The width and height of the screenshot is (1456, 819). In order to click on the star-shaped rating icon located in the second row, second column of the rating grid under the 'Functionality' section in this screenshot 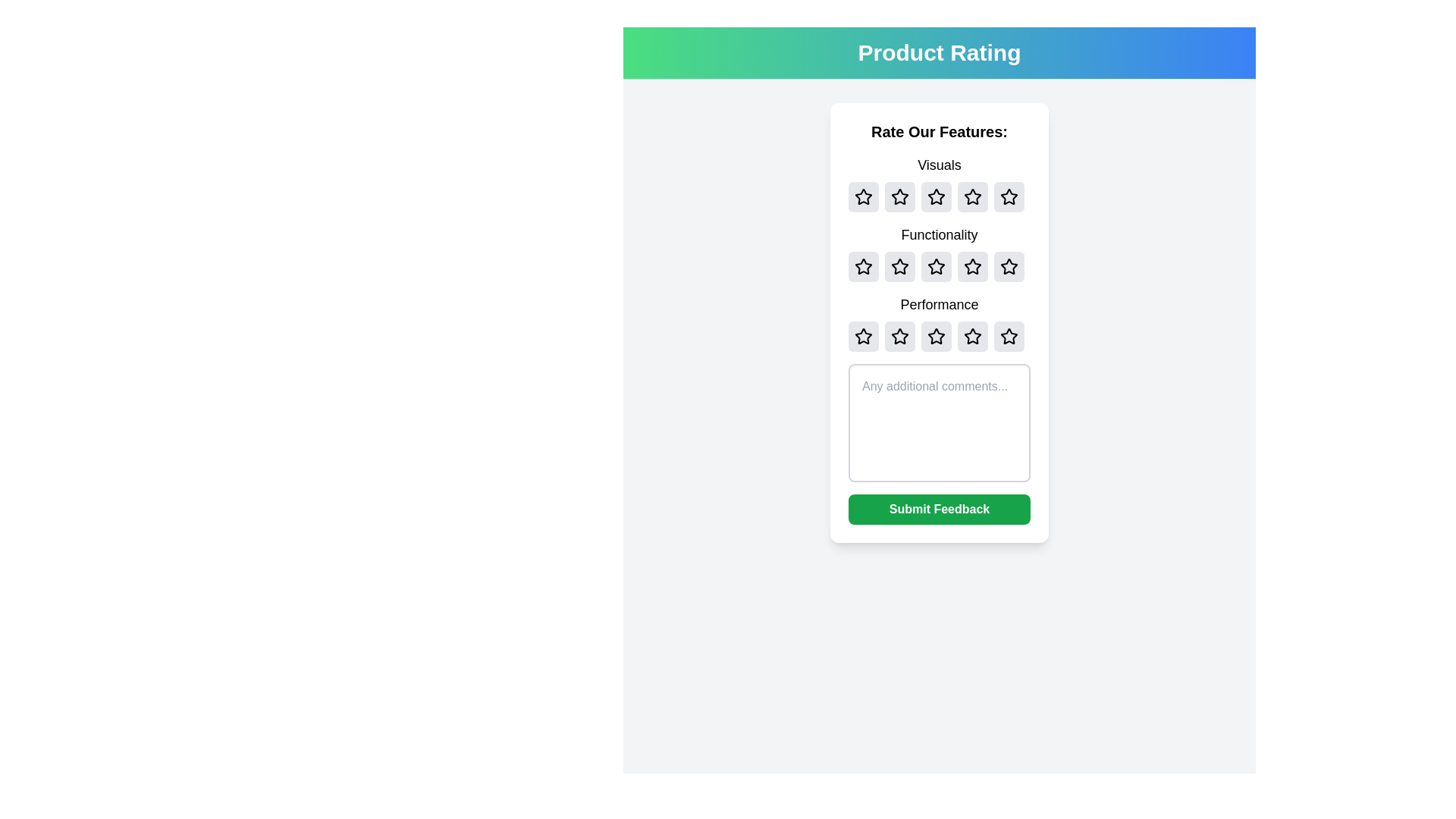, I will do `click(899, 265)`.